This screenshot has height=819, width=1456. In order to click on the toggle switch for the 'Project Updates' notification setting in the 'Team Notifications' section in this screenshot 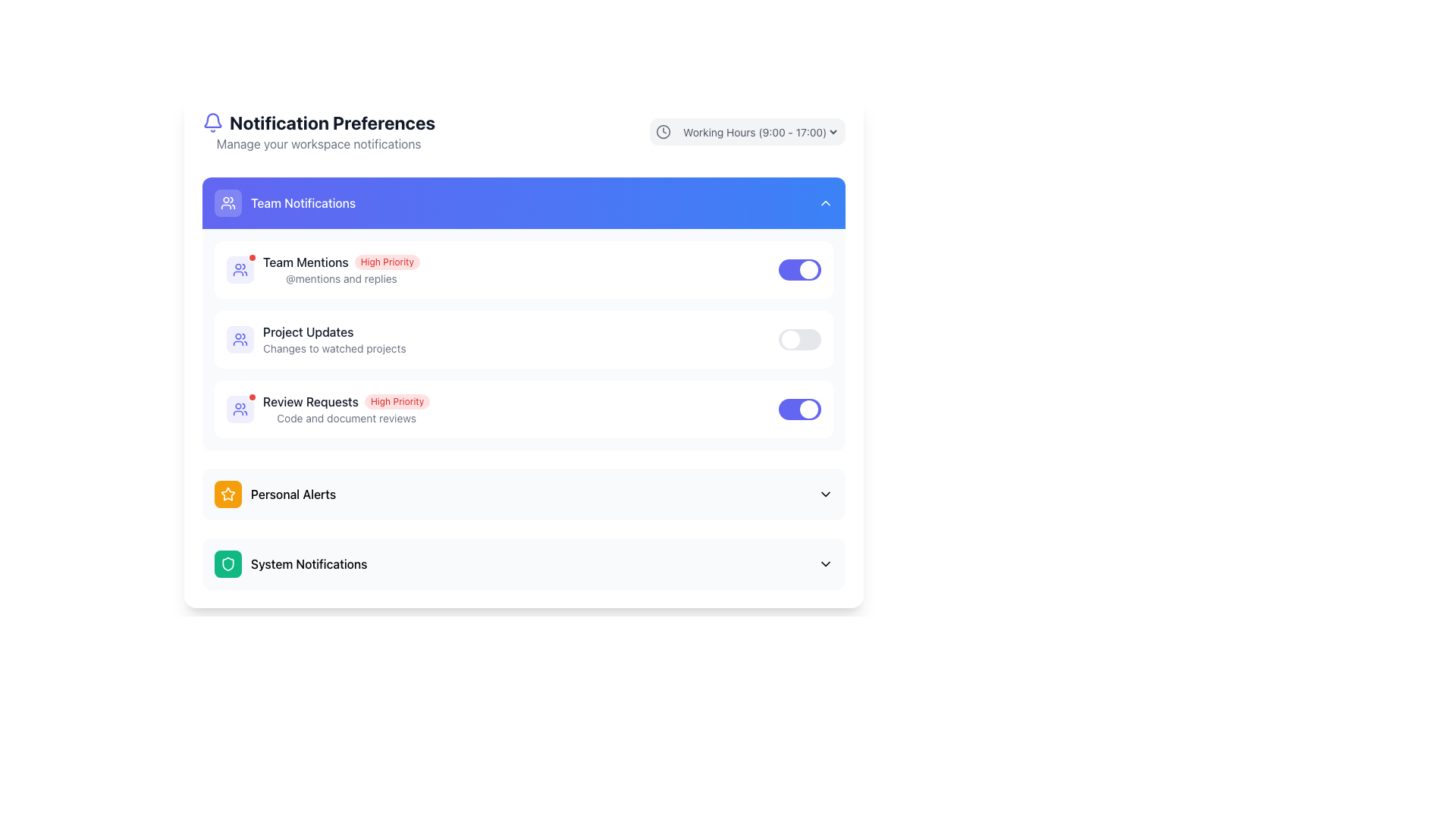, I will do `click(524, 338)`.